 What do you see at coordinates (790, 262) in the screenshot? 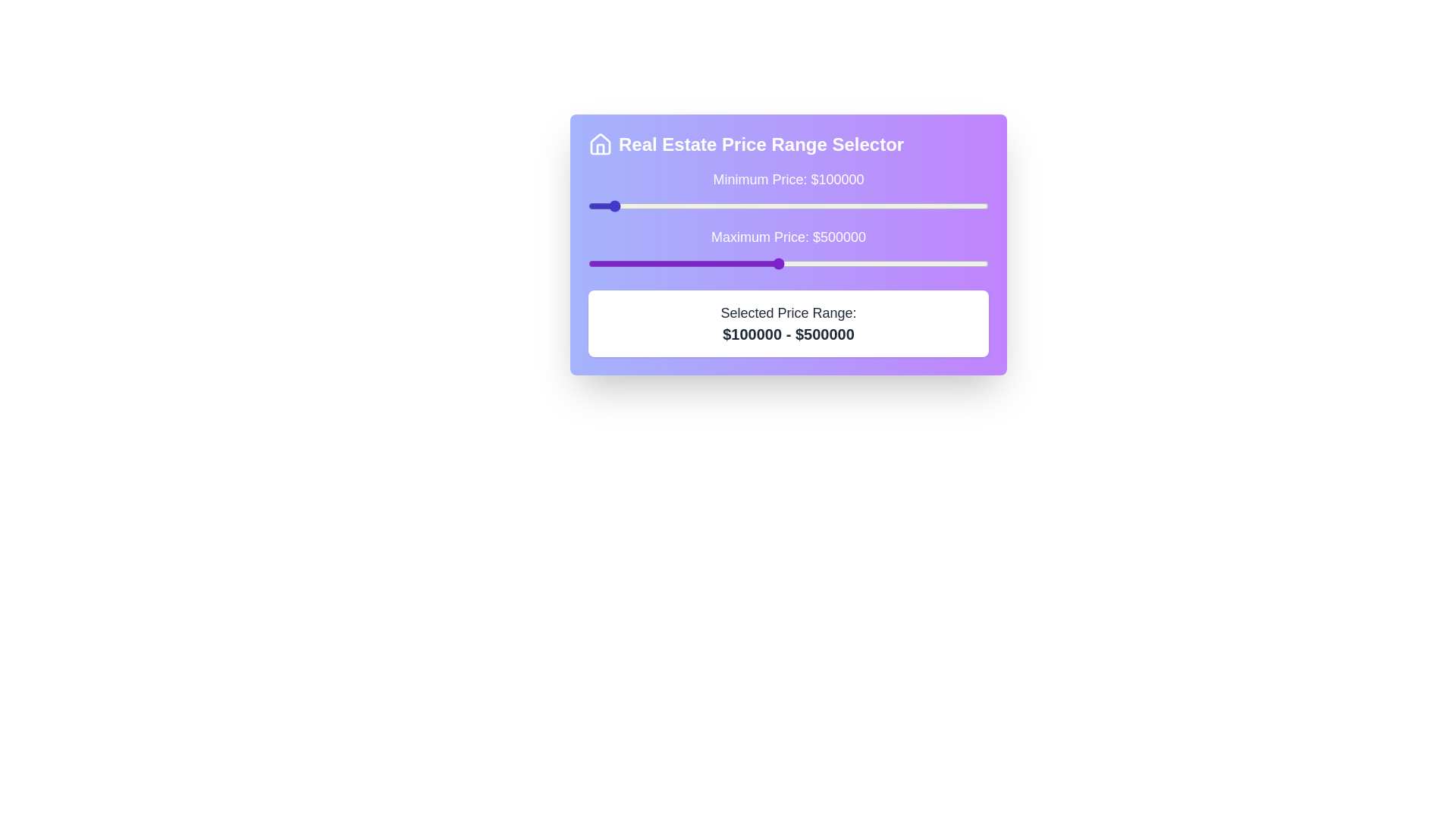
I see `the maximum price slider to 532136` at bounding box center [790, 262].